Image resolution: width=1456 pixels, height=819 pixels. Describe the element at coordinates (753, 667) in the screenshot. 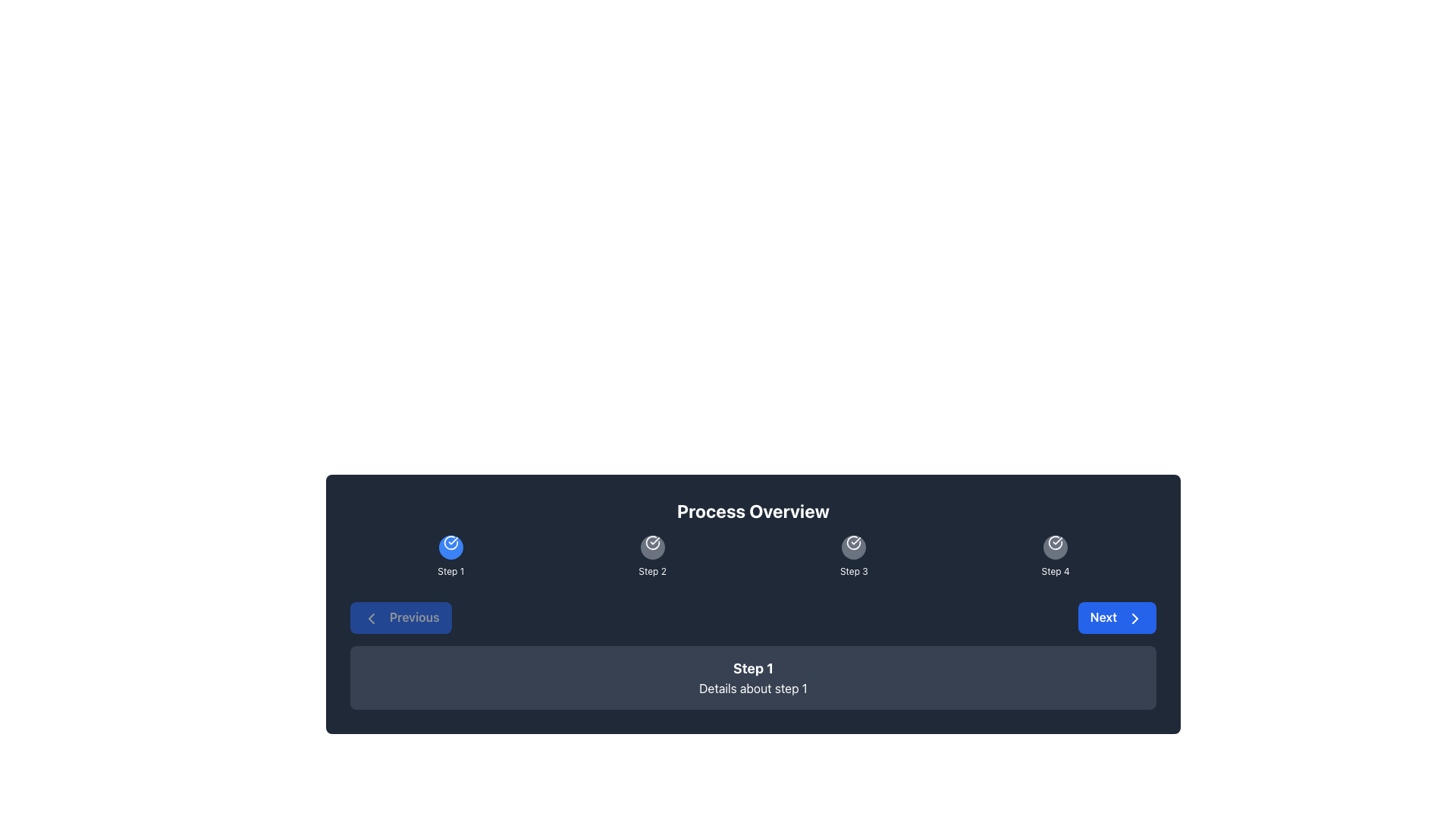

I see `the text label that reads 'Step 1', which is bold and large, positioned at the top of a dark box with rounded corners` at that location.